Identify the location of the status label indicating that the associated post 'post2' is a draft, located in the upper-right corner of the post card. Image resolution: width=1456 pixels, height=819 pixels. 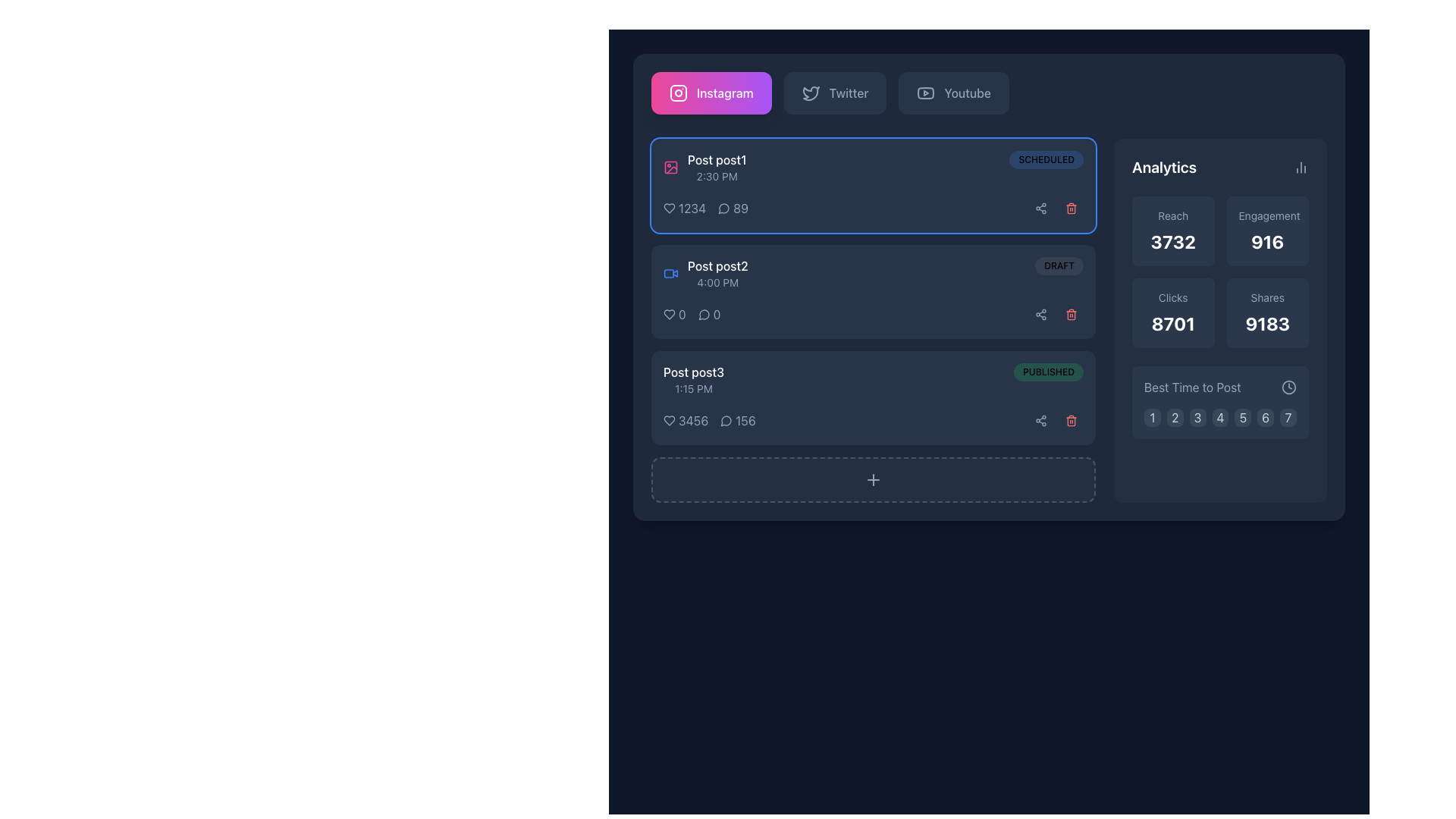
(1059, 265).